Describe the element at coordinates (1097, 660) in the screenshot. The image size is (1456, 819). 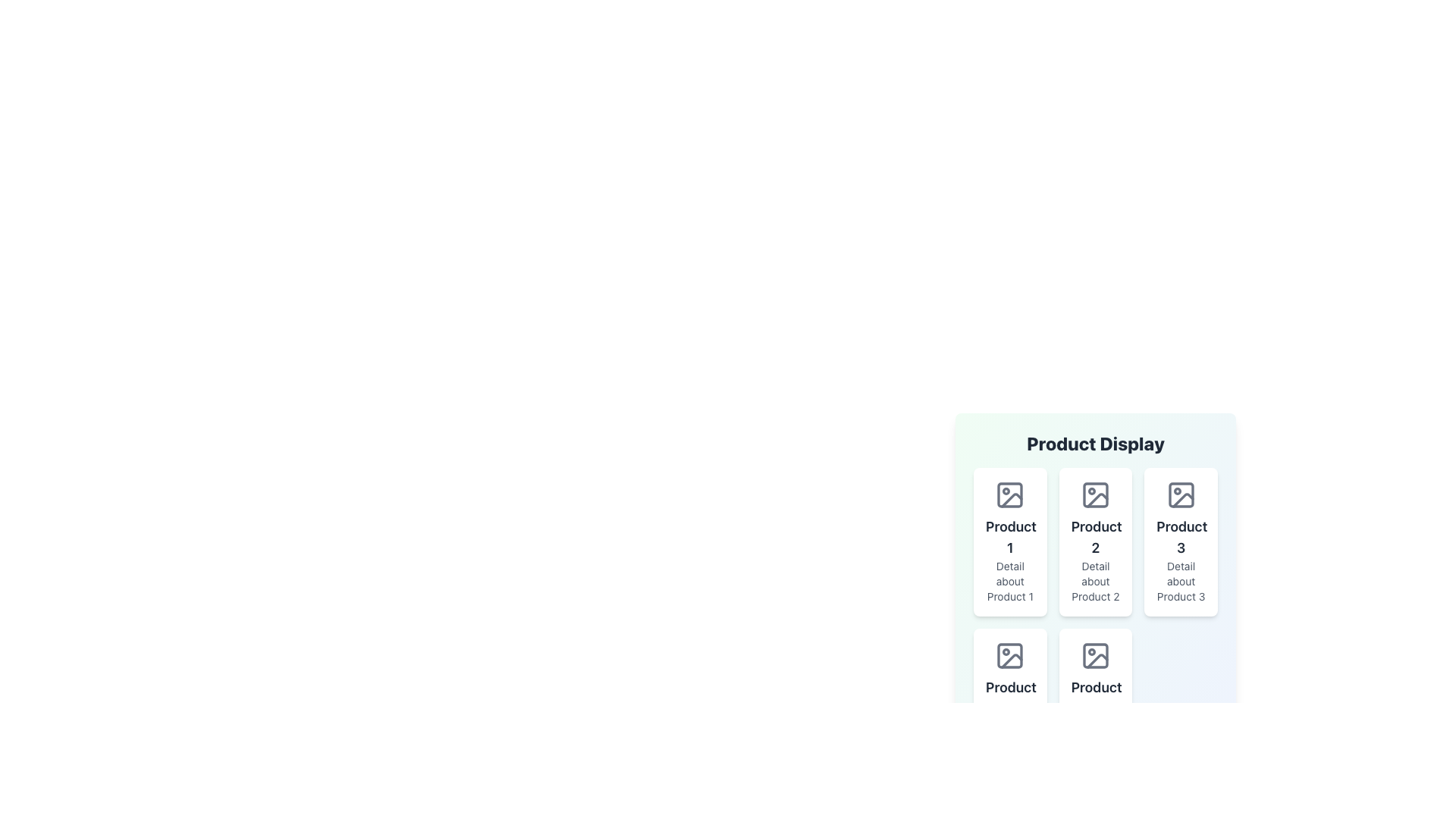
I see `the outlined slanted figure icon located in the second column of the bottom row in the product grid` at that location.